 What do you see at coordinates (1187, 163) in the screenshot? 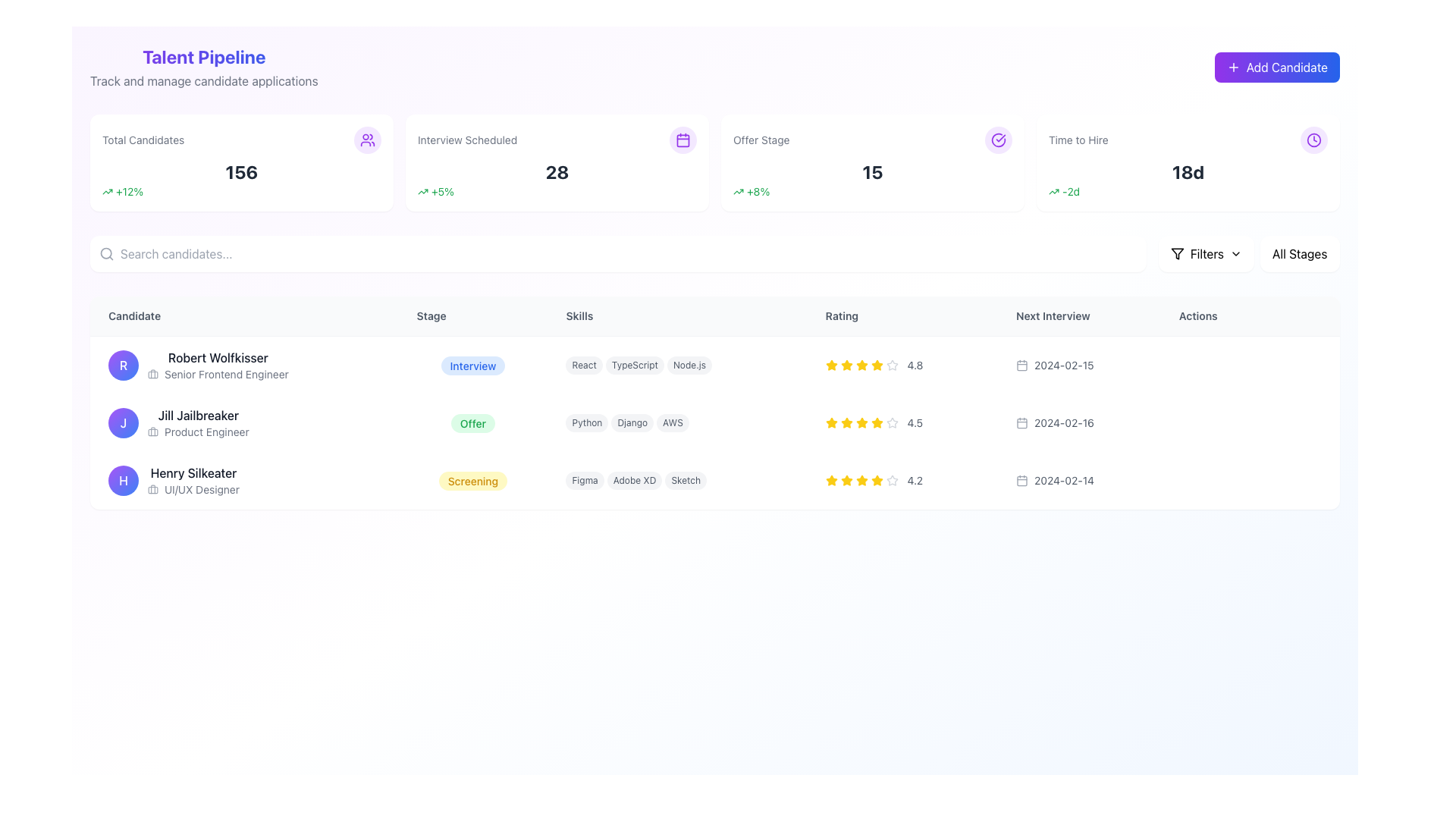
I see `the Information card titled 'Time to Hire', which features a white background, rounded corners, and includes a prominent numerical metric '18d' in bold, black font, along with a purple circular clock icon at the top right` at bounding box center [1187, 163].